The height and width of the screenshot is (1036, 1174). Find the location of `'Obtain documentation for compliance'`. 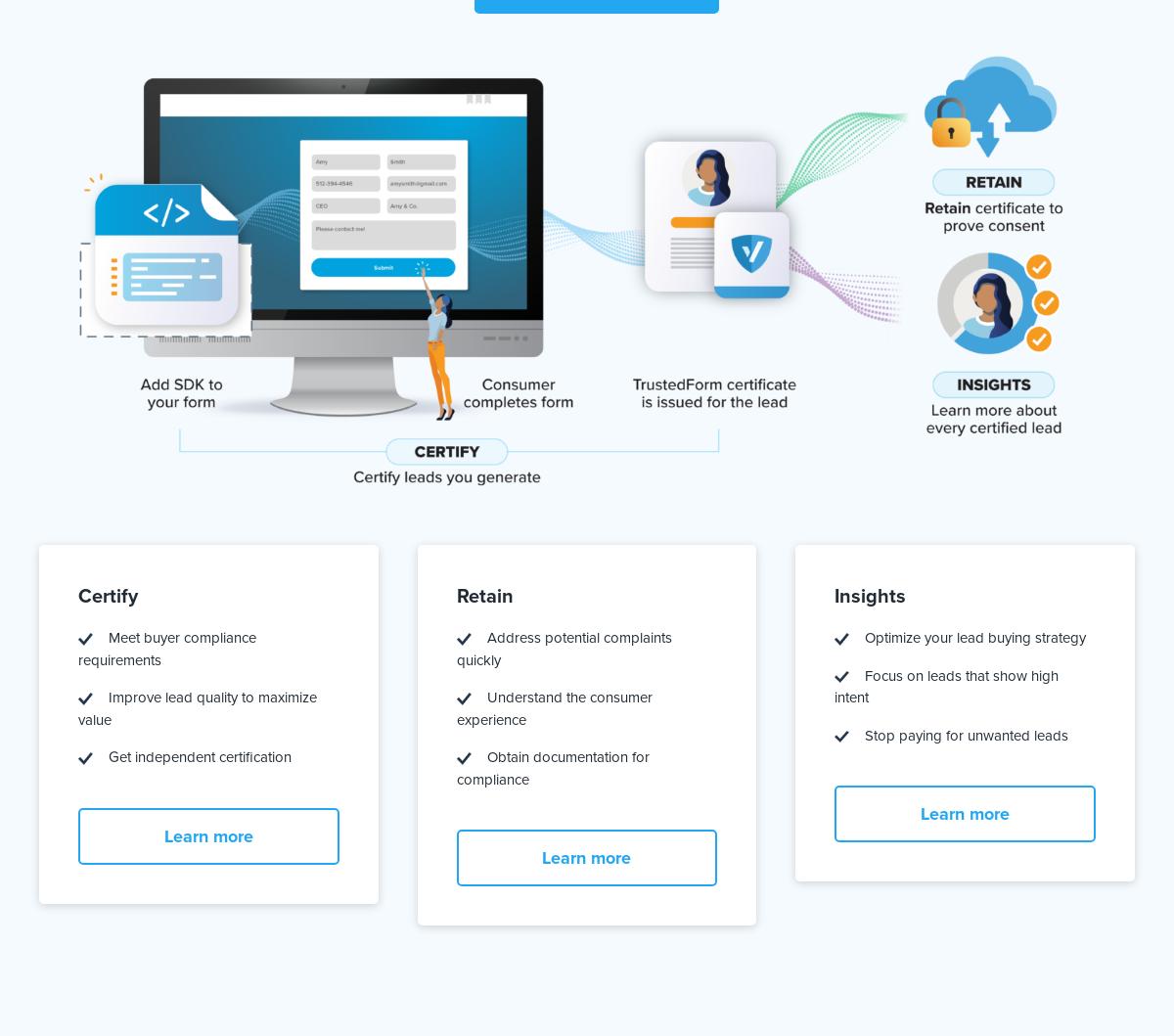

'Obtain documentation for compliance' is located at coordinates (551, 767).